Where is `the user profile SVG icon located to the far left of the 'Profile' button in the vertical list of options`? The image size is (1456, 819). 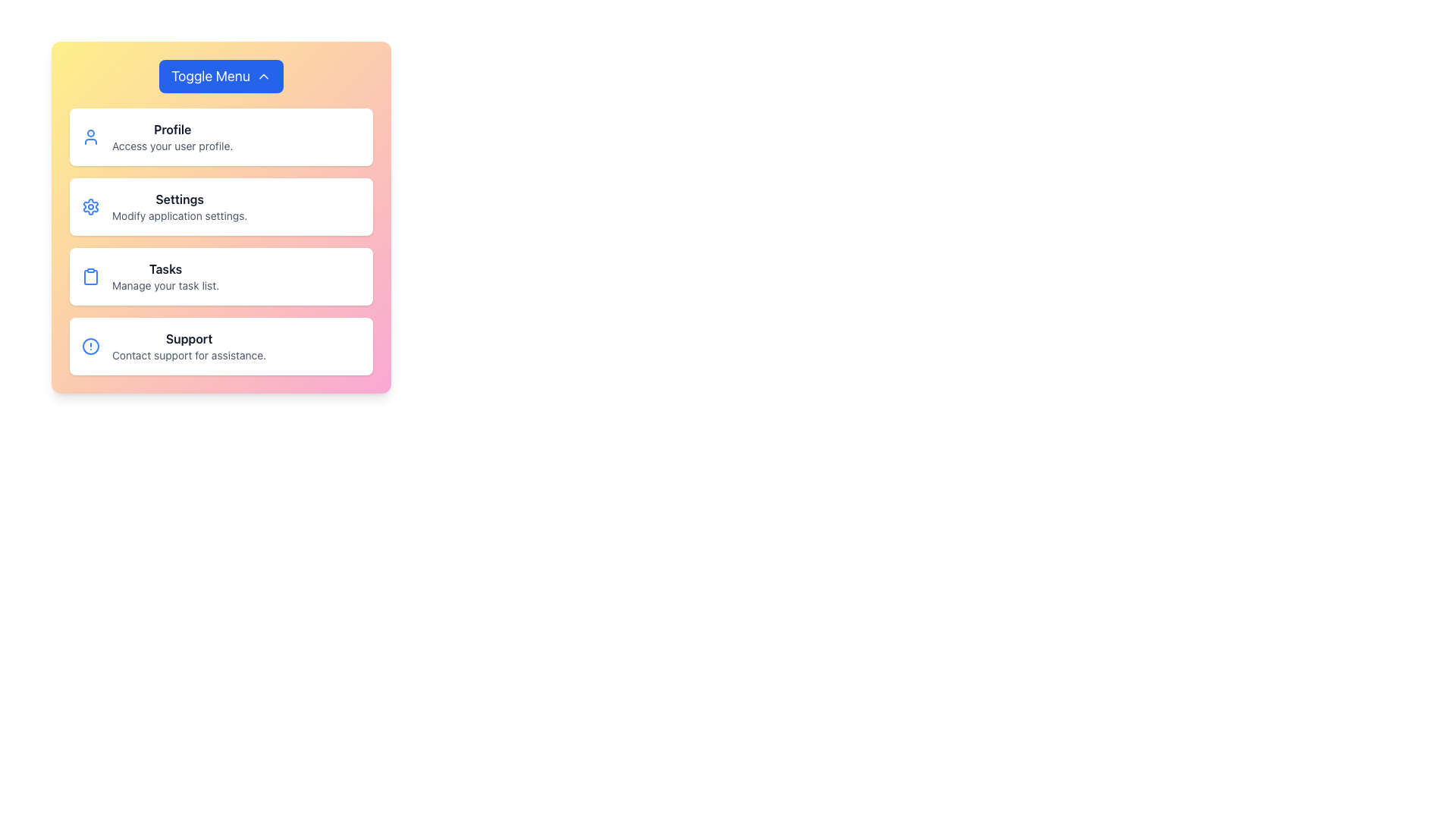
the user profile SVG icon located to the far left of the 'Profile' button in the vertical list of options is located at coordinates (90, 137).